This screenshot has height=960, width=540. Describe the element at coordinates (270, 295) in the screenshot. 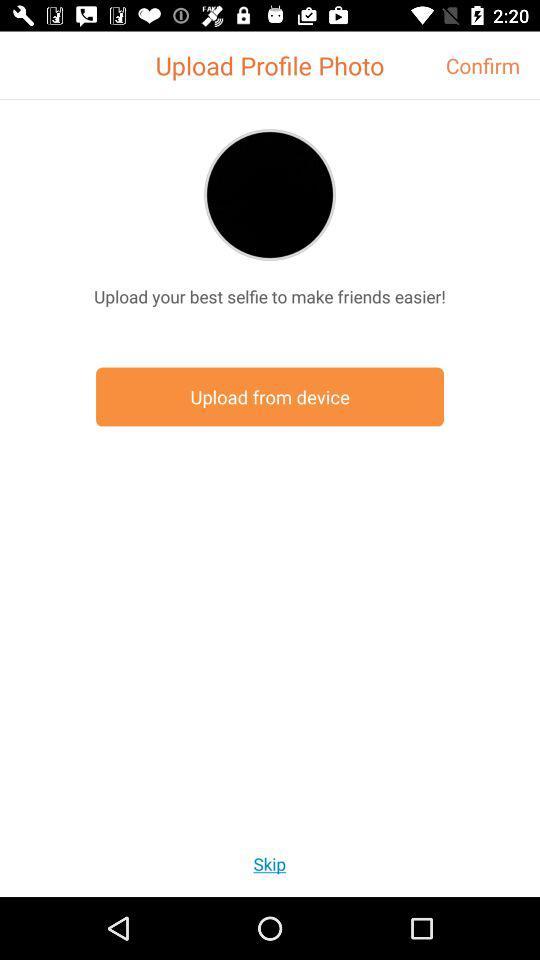

I see `the icon above the upload from device item` at that location.